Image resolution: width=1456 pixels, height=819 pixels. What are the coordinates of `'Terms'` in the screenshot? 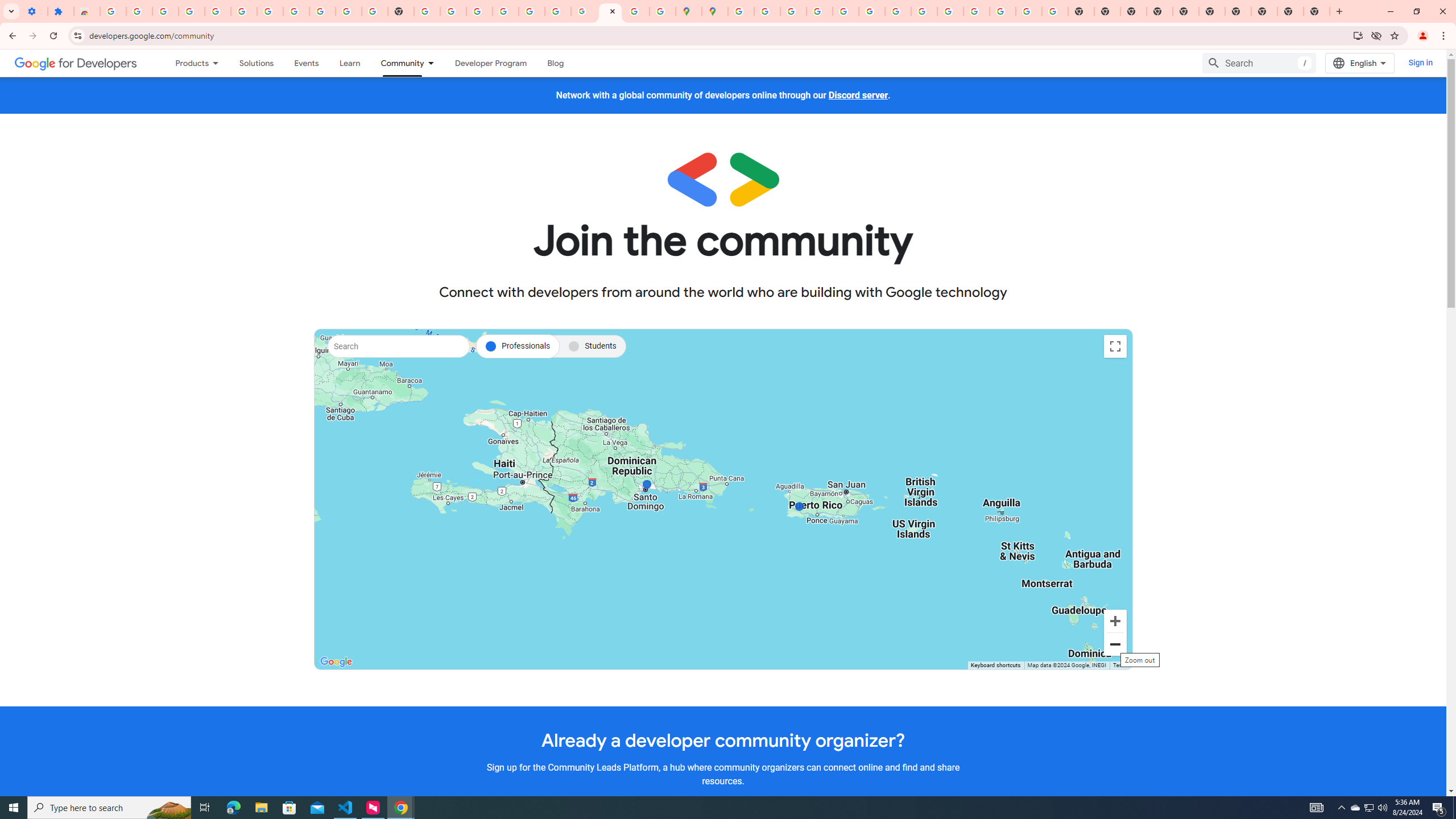 It's located at (1119, 665).